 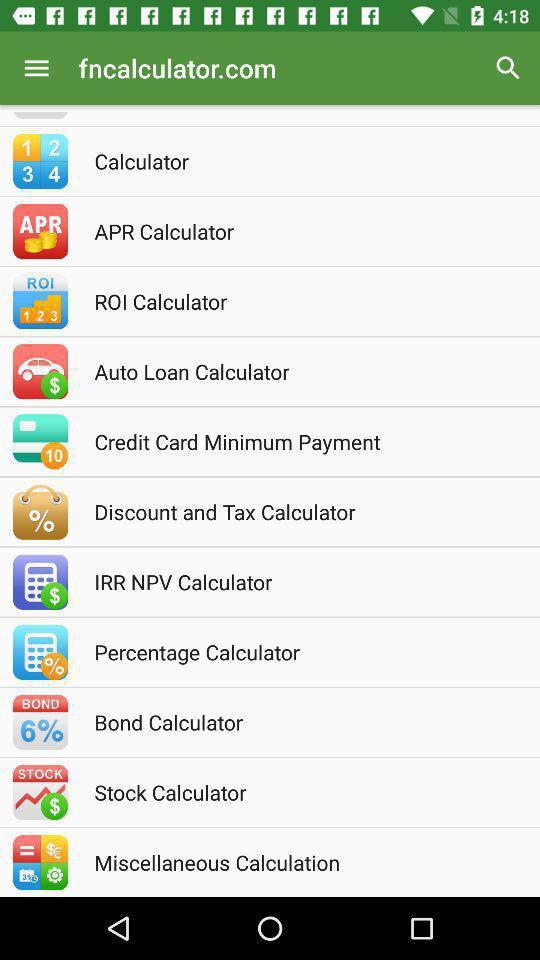 What do you see at coordinates (296, 510) in the screenshot?
I see `discount and tax item` at bounding box center [296, 510].